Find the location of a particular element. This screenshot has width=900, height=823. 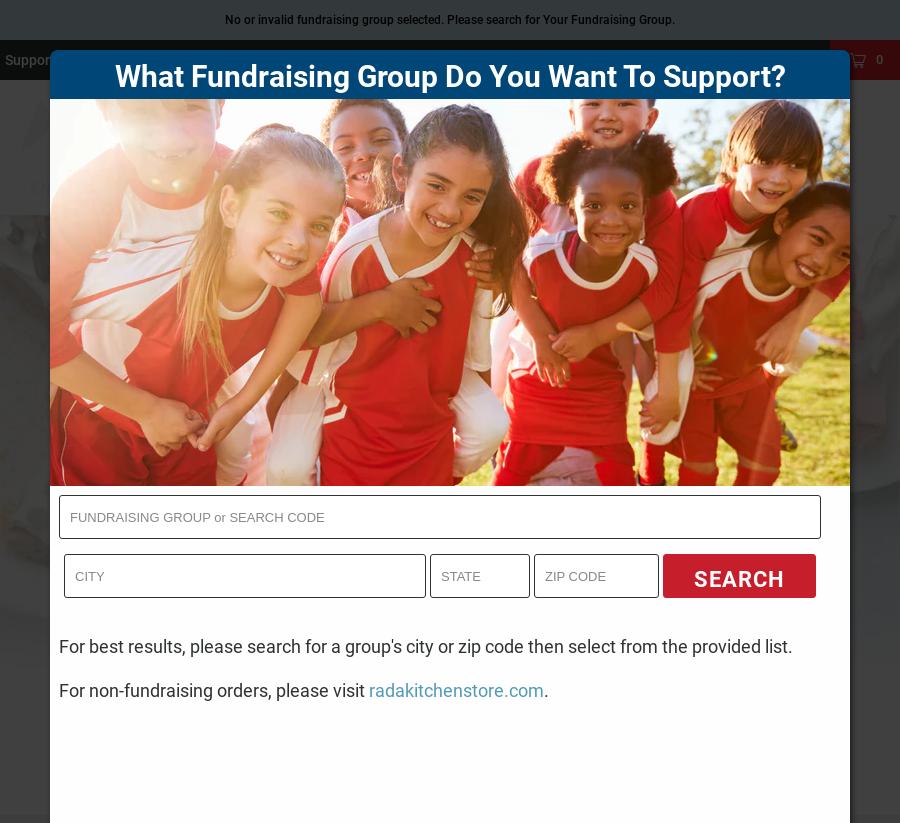

'USD' is located at coordinates (683, 59).